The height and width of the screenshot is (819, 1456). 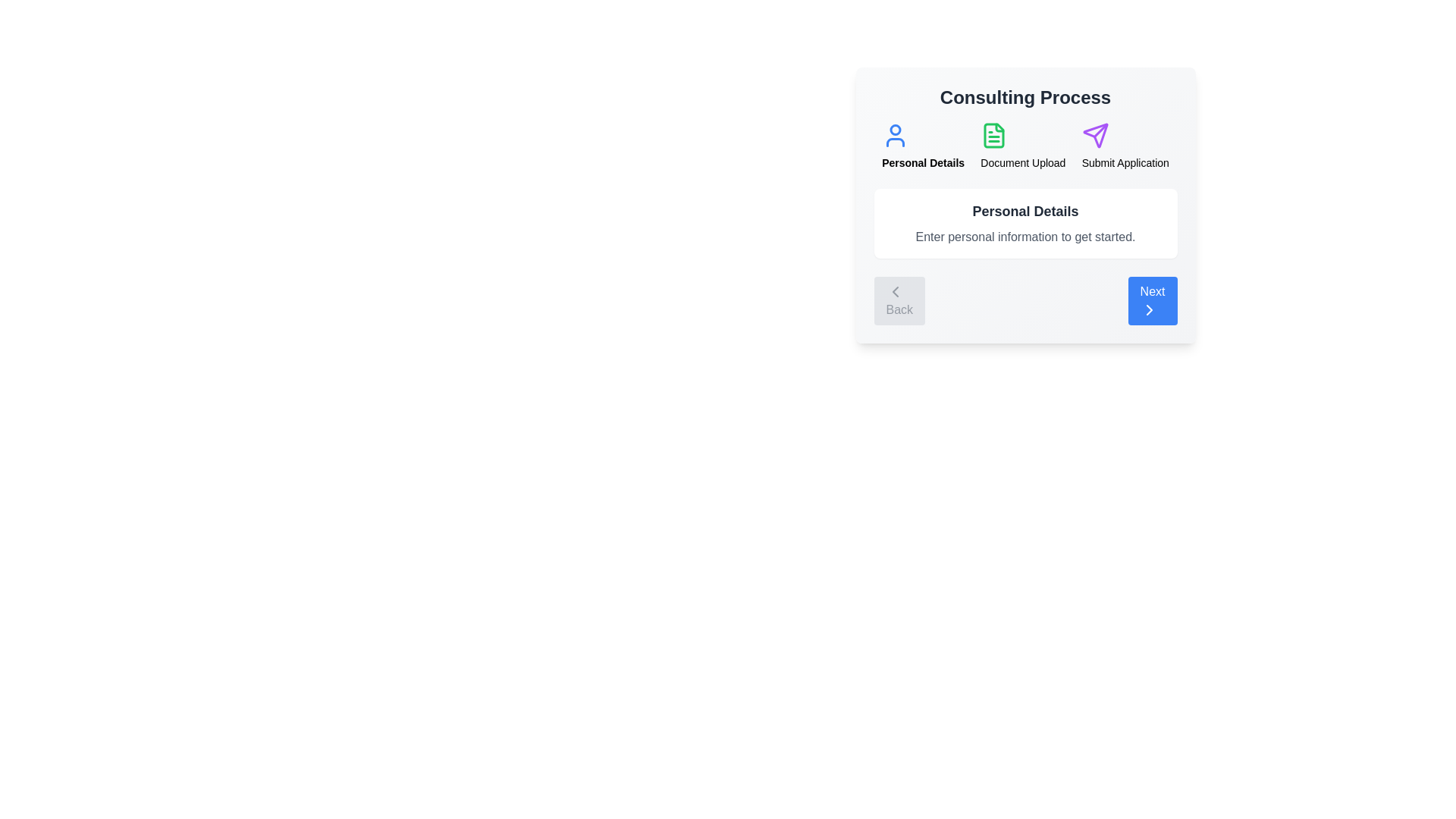 I want to click on the 'Back' button to navigate to the previous step, so click(x=899, y=301).